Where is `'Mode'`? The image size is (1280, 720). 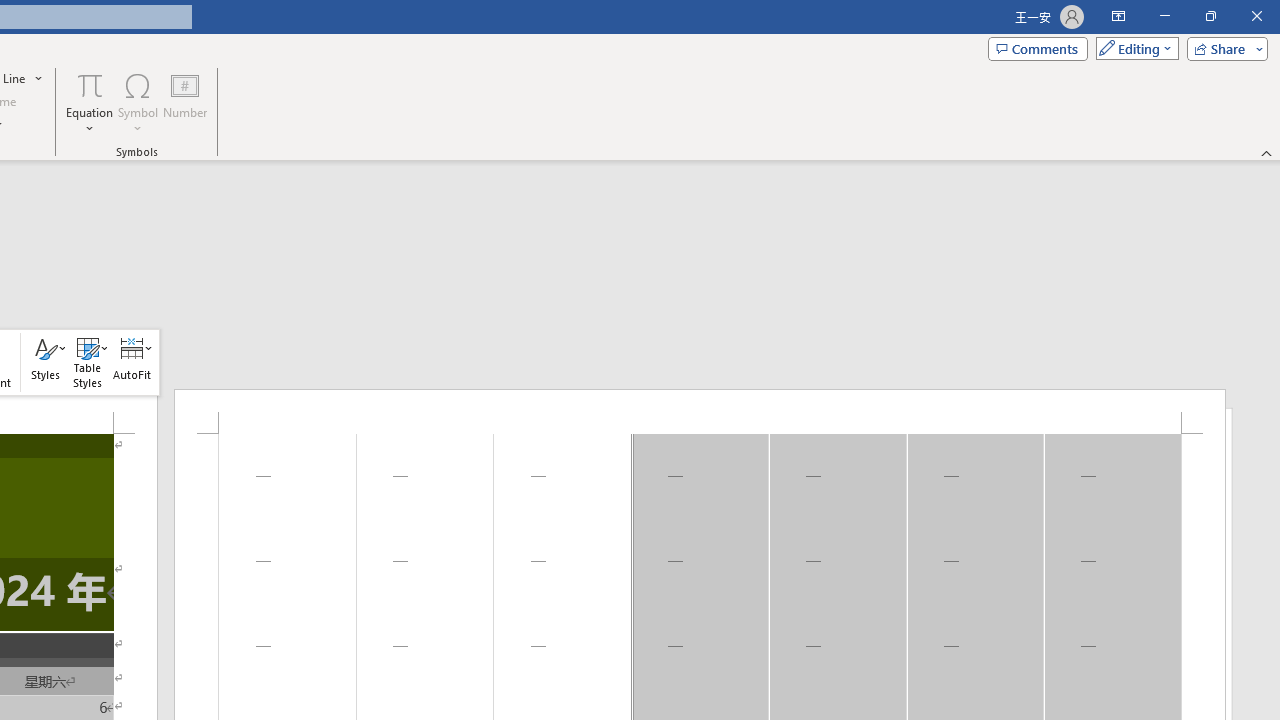
'Mode' is located at coordinates (1133, 47).